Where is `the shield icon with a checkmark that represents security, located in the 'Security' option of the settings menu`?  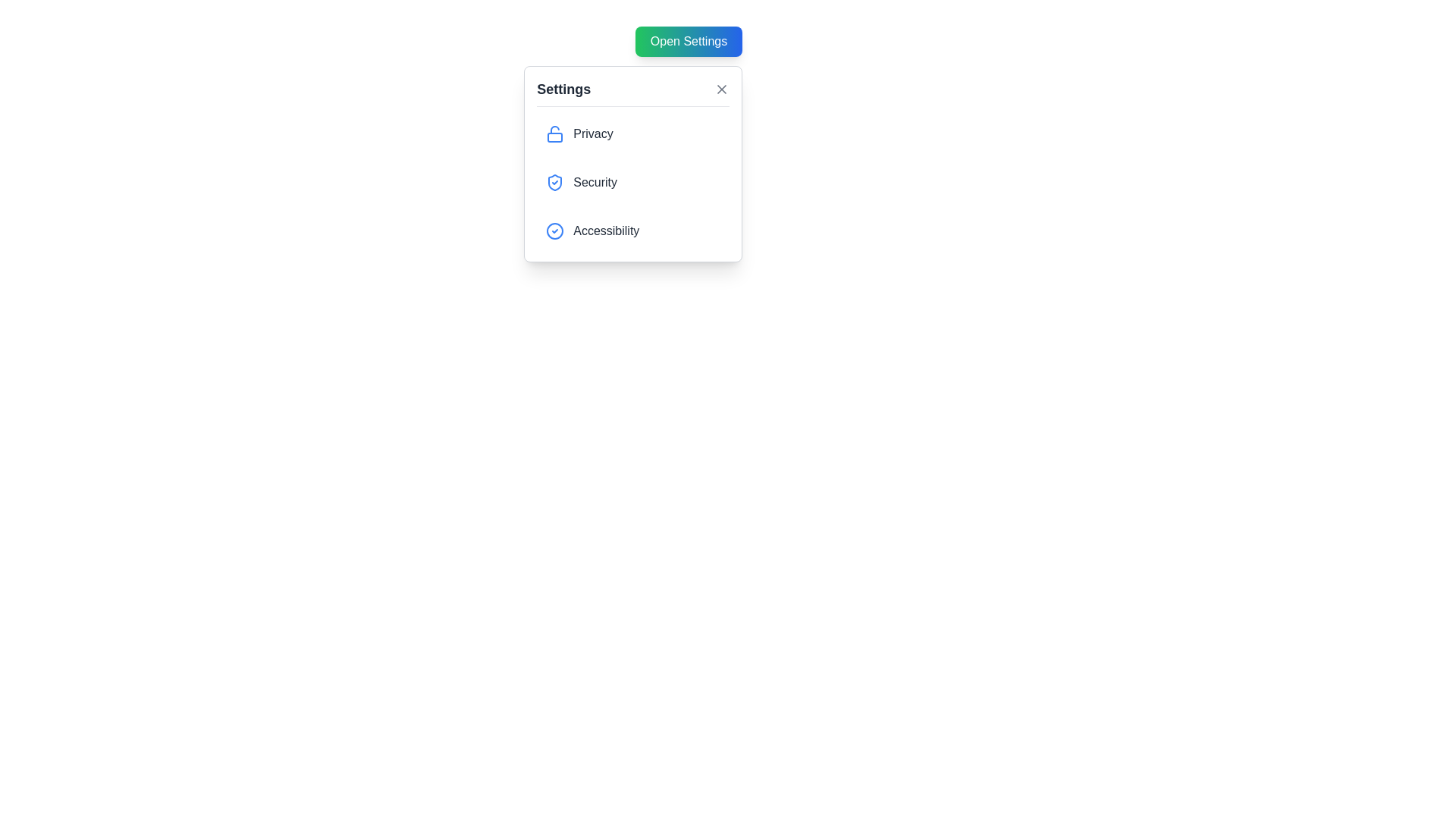
the shield icon with a checkmark that represents security, located in the 'Security' option of the settings menu is located at coordinates (554, 181).